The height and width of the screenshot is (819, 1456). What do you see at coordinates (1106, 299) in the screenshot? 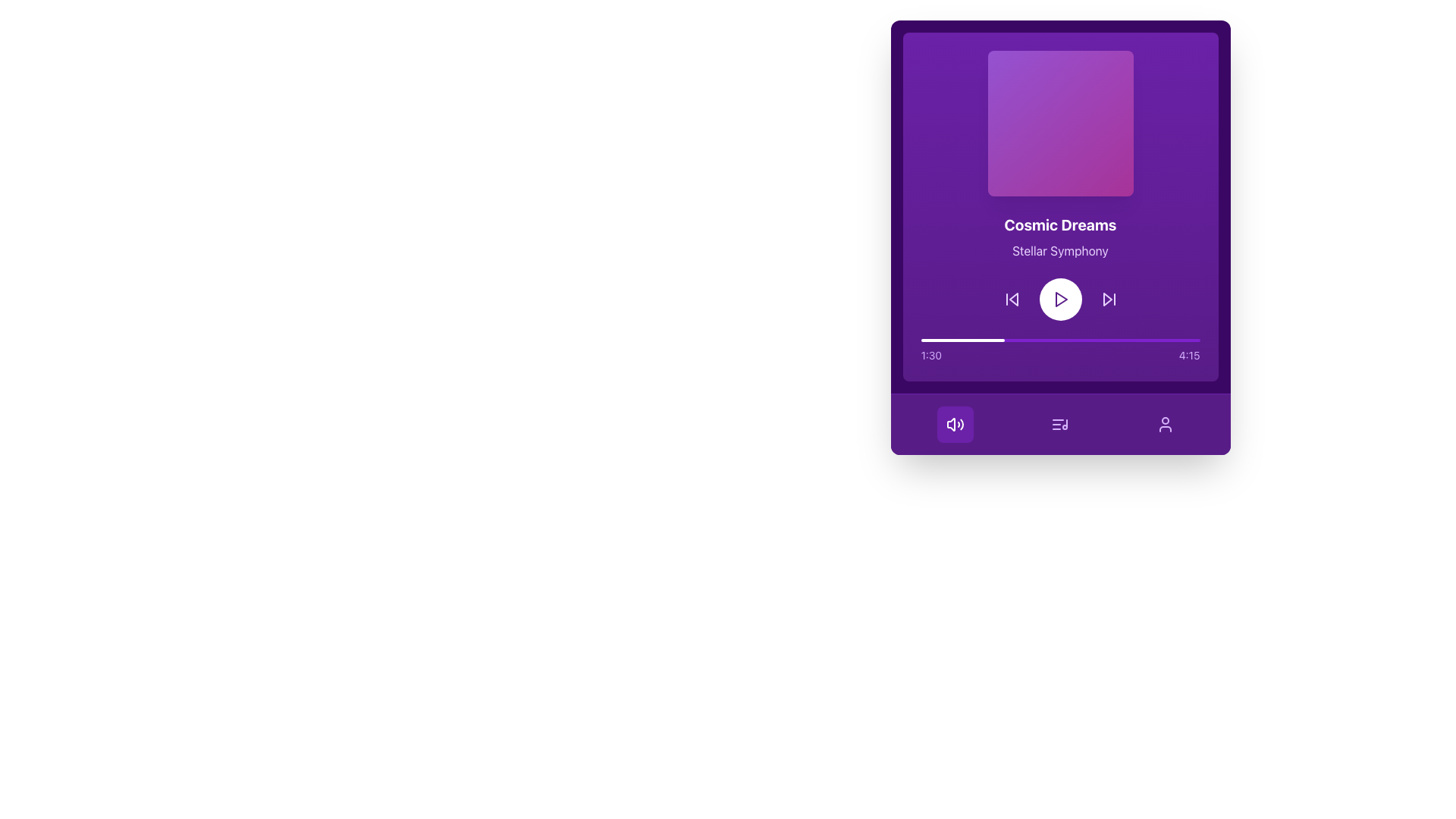
I see `the left component of the 'skip forward' button in the media player interface` at bounding box center [1106, 299].